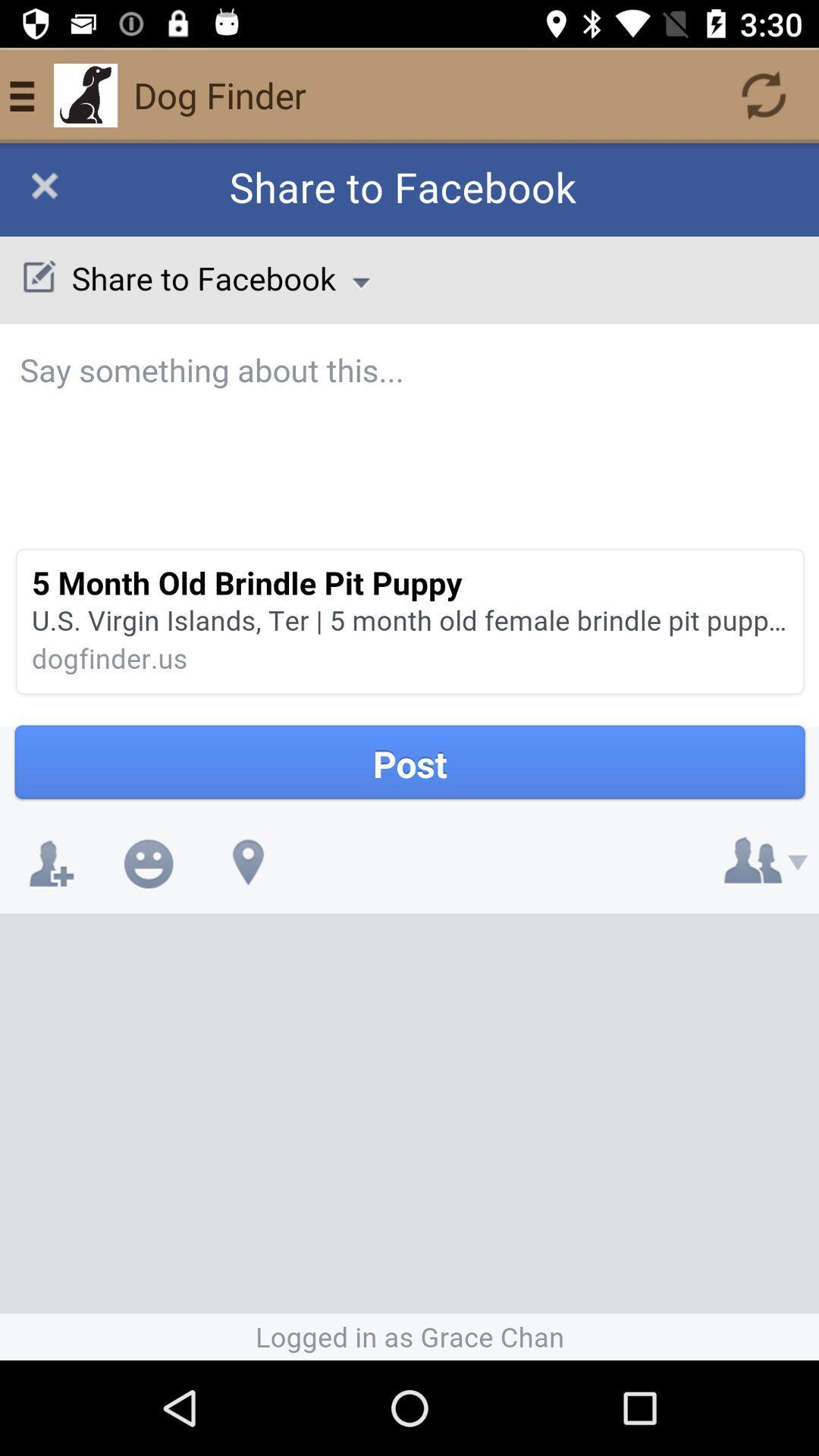 The height and width of the screenshot is (1456, 819). I want to click on the refresh icon, so click(763, 94).